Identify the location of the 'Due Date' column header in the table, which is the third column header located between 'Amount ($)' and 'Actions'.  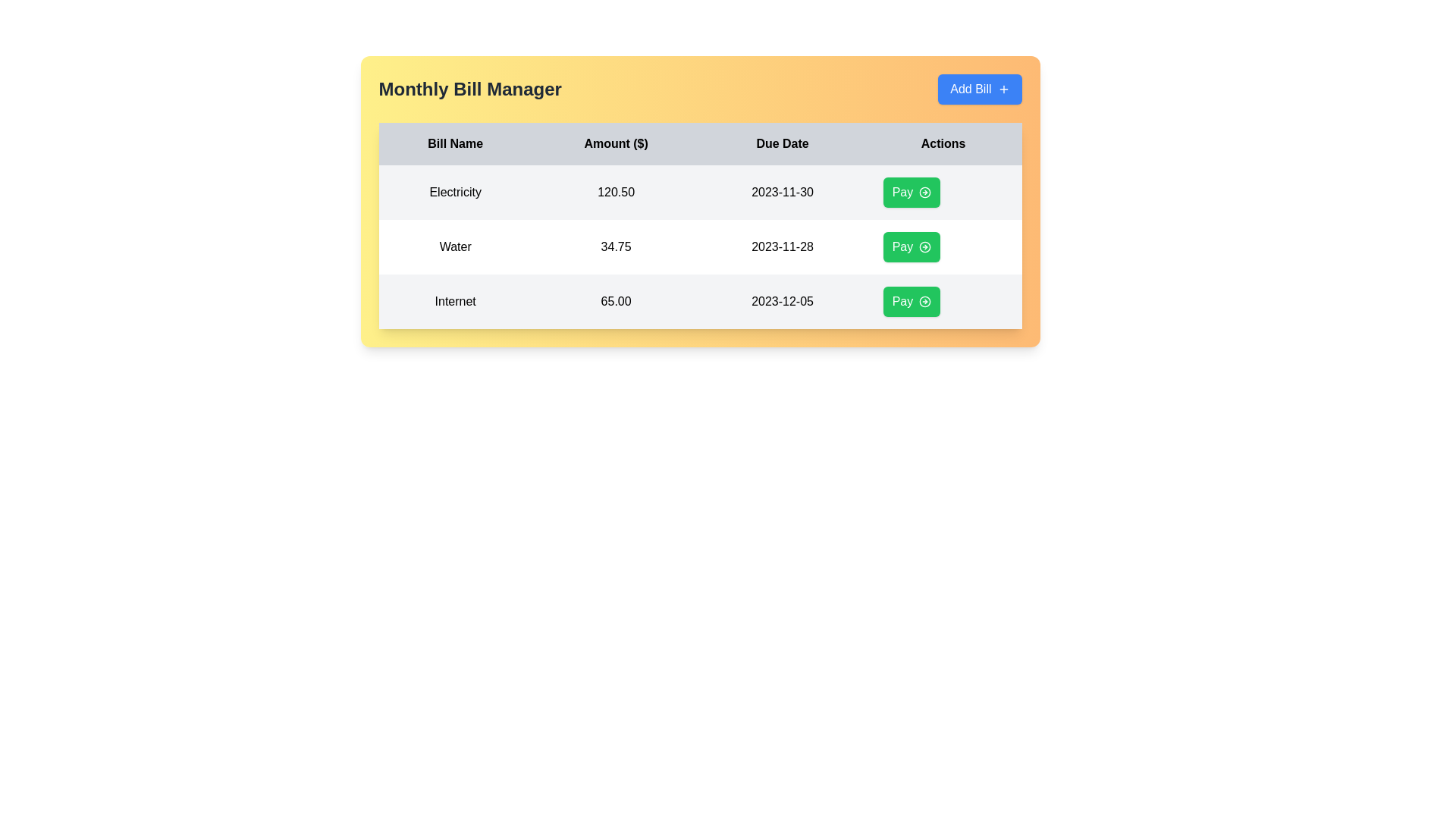
(783, 143).